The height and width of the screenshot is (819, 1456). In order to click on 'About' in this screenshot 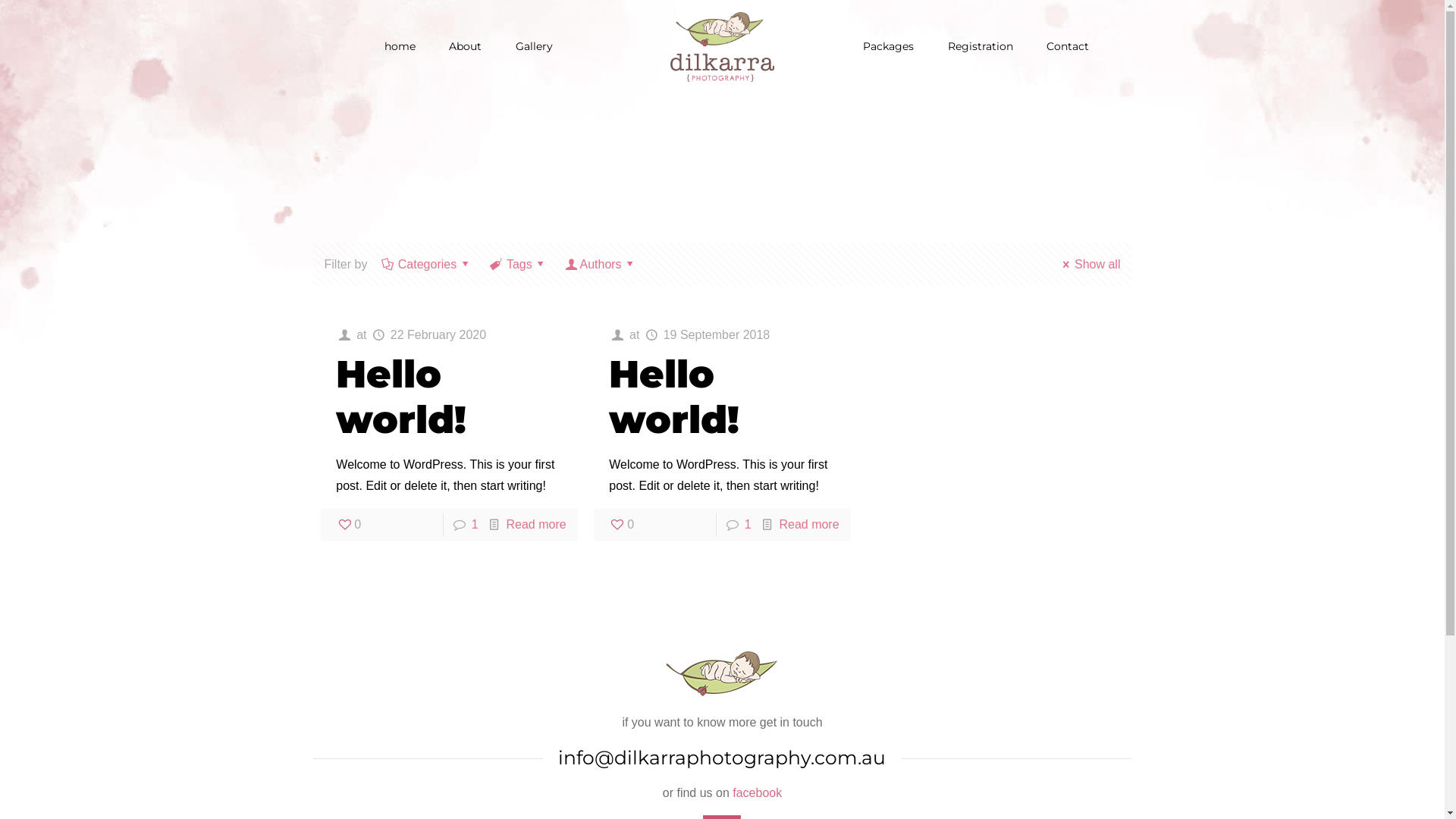, I will do `click(432, 45)`.